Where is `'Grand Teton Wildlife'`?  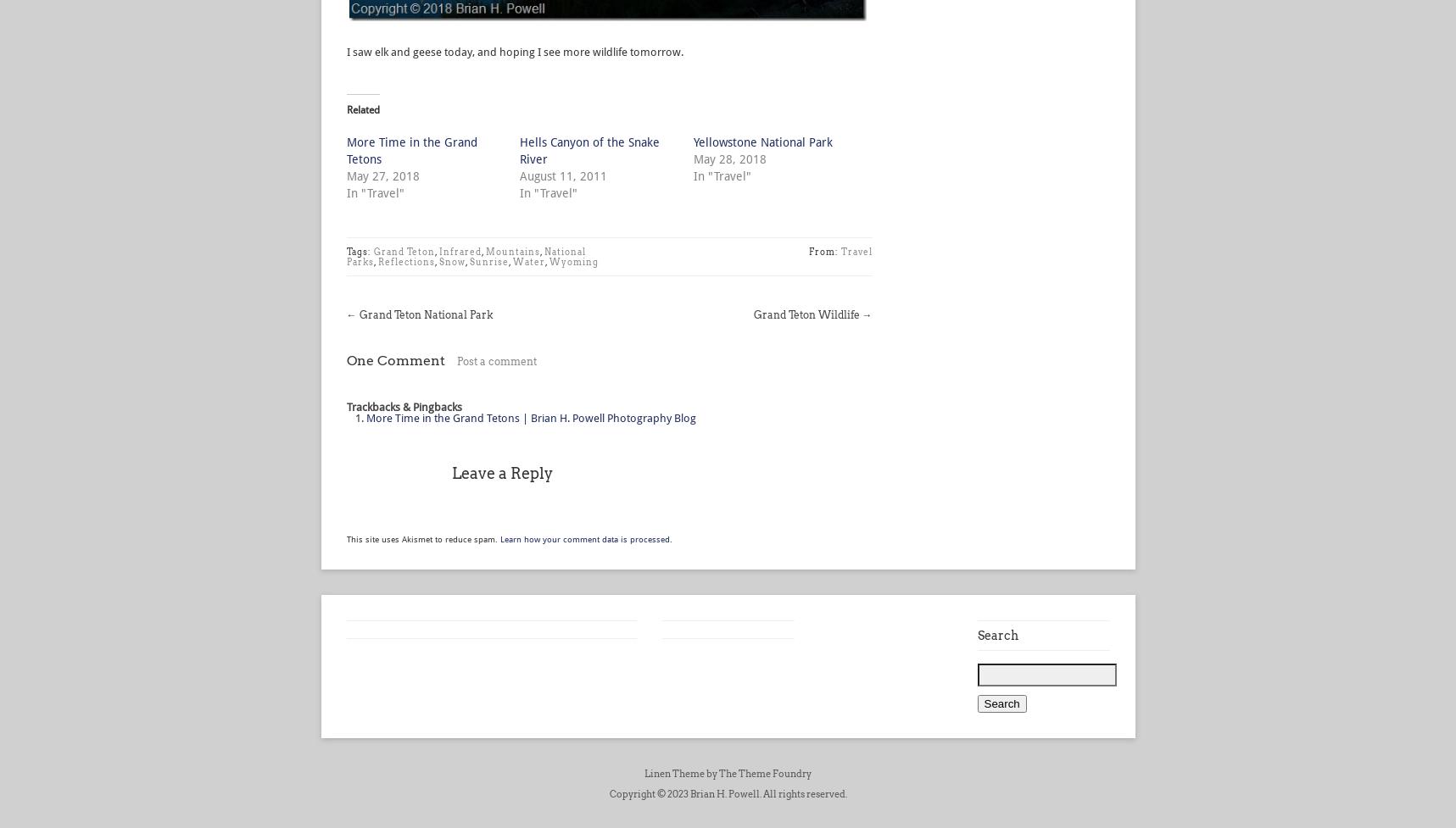
'Grand Teton Wildlife' is located at coordinates (806, 314).